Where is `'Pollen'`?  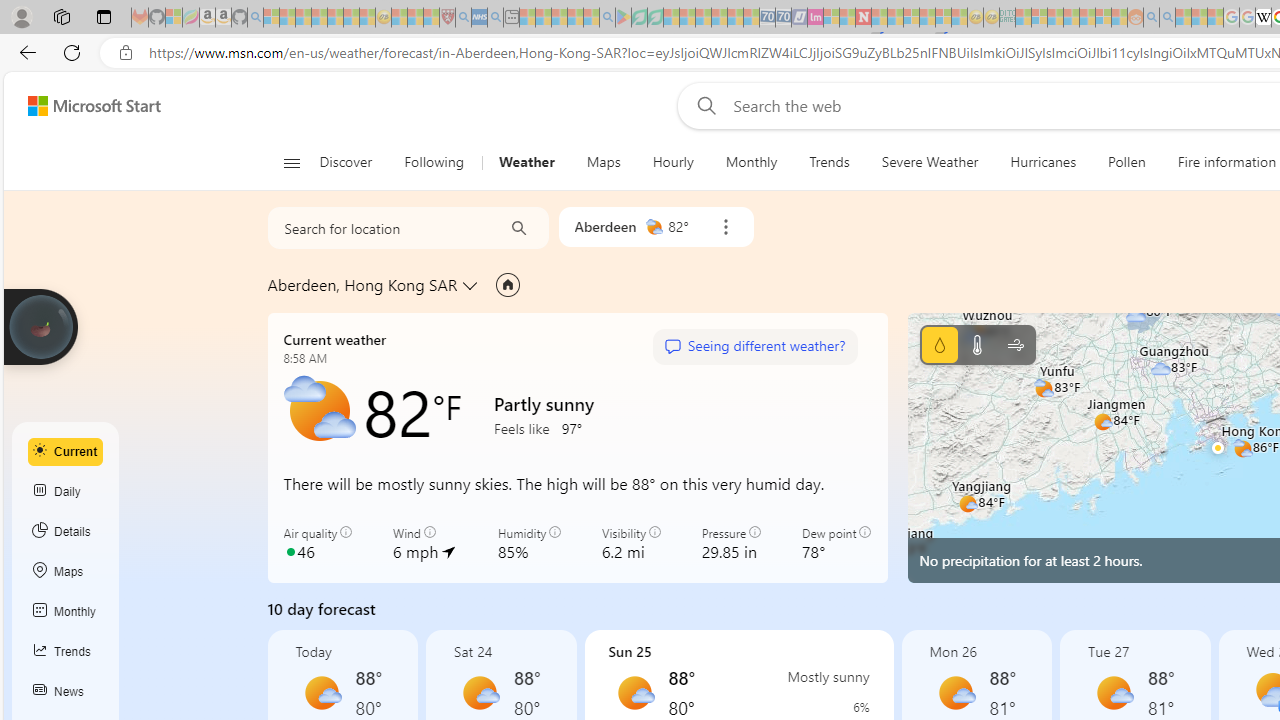 'Pollen' is located at coordinates (1127, 162).